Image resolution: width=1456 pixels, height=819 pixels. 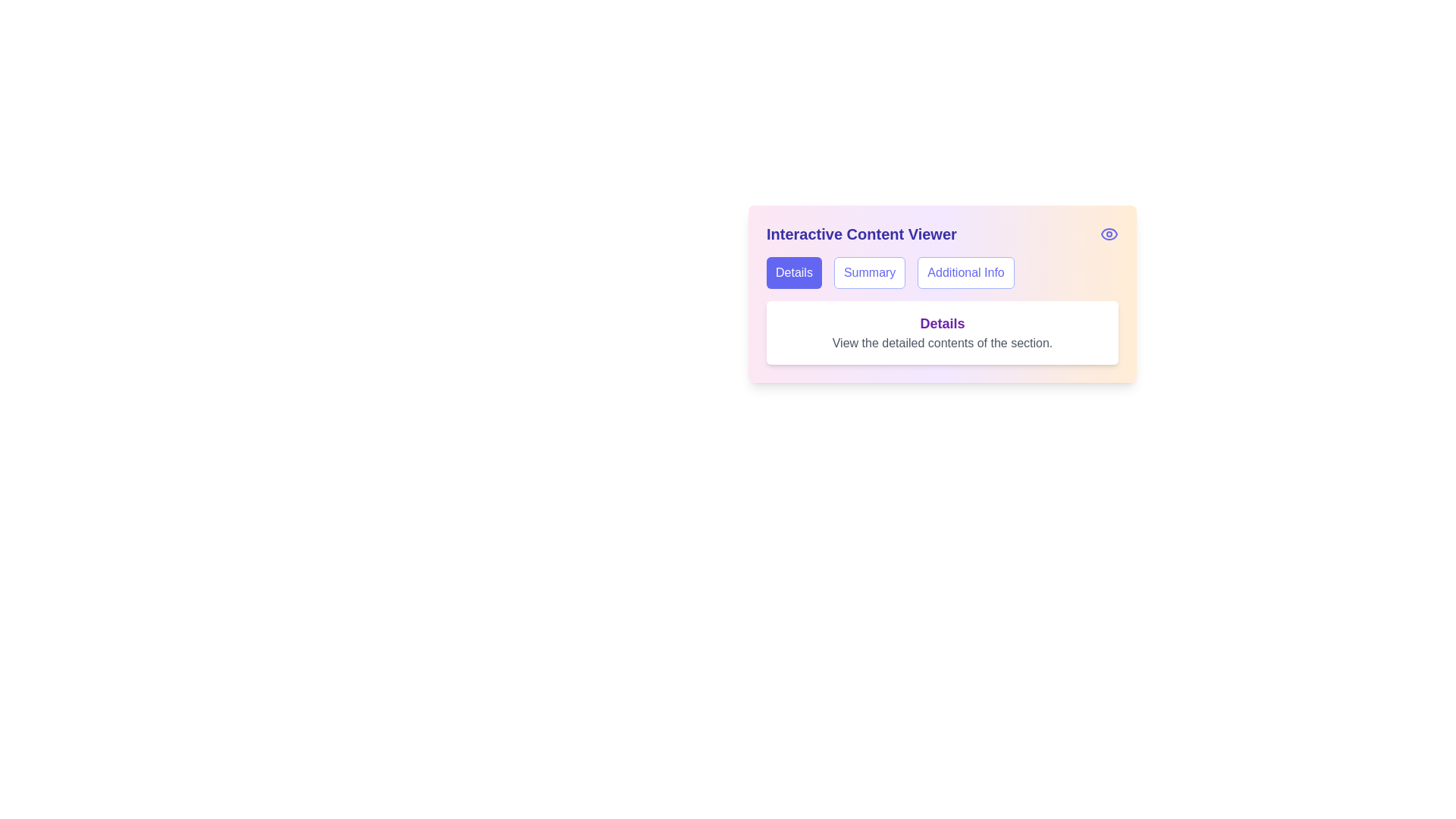 What do you see at coordinates (861, 234) in the screenshot?
I see `the text label that reads 'Interactive Content Viewer', styled with a bold, large font size and dark blue color, positioned at the top of the panel containing interactive options` at bounding box center [861, 234].